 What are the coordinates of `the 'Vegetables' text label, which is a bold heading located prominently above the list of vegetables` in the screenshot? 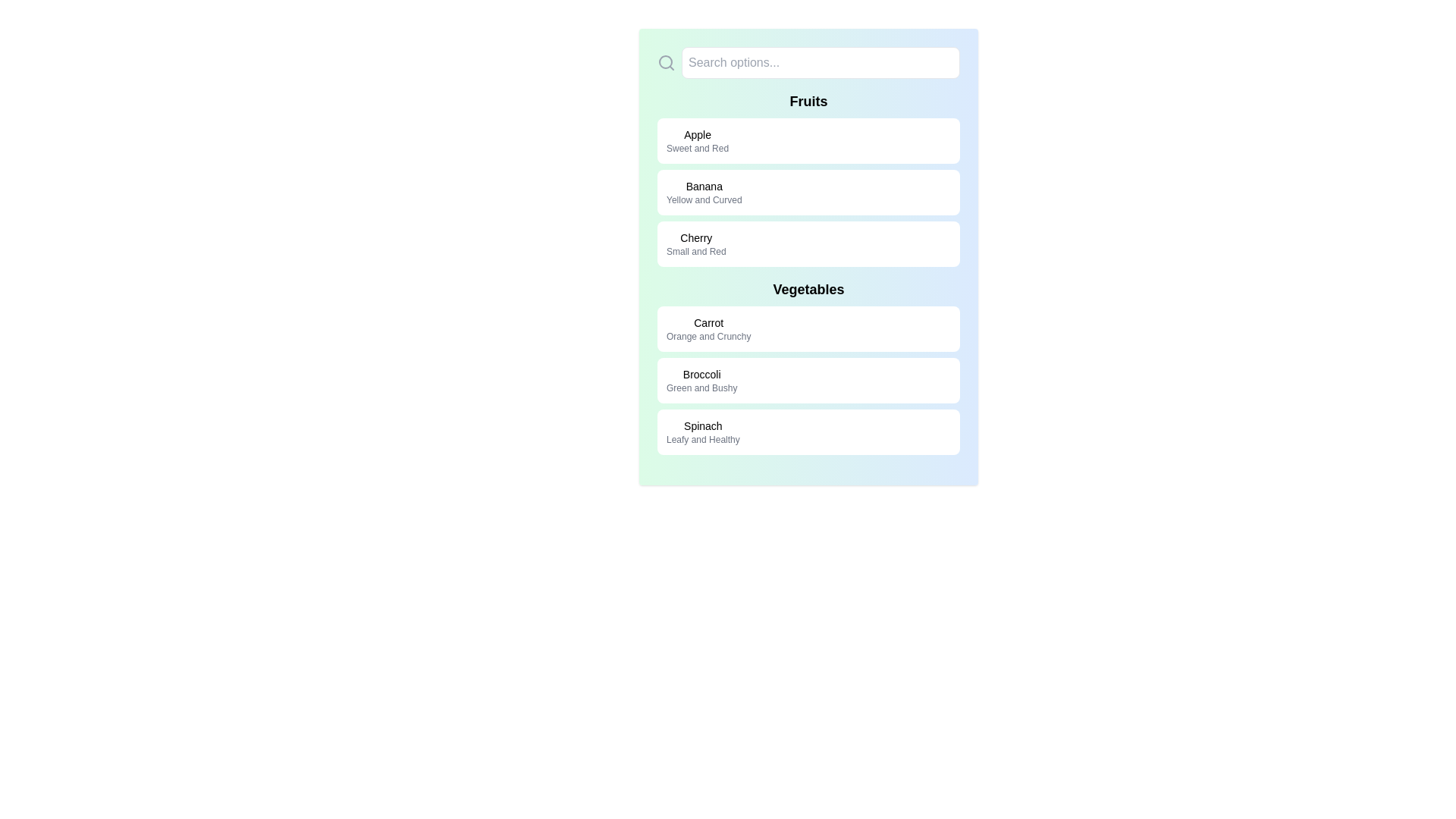 It's located at (808, 289).